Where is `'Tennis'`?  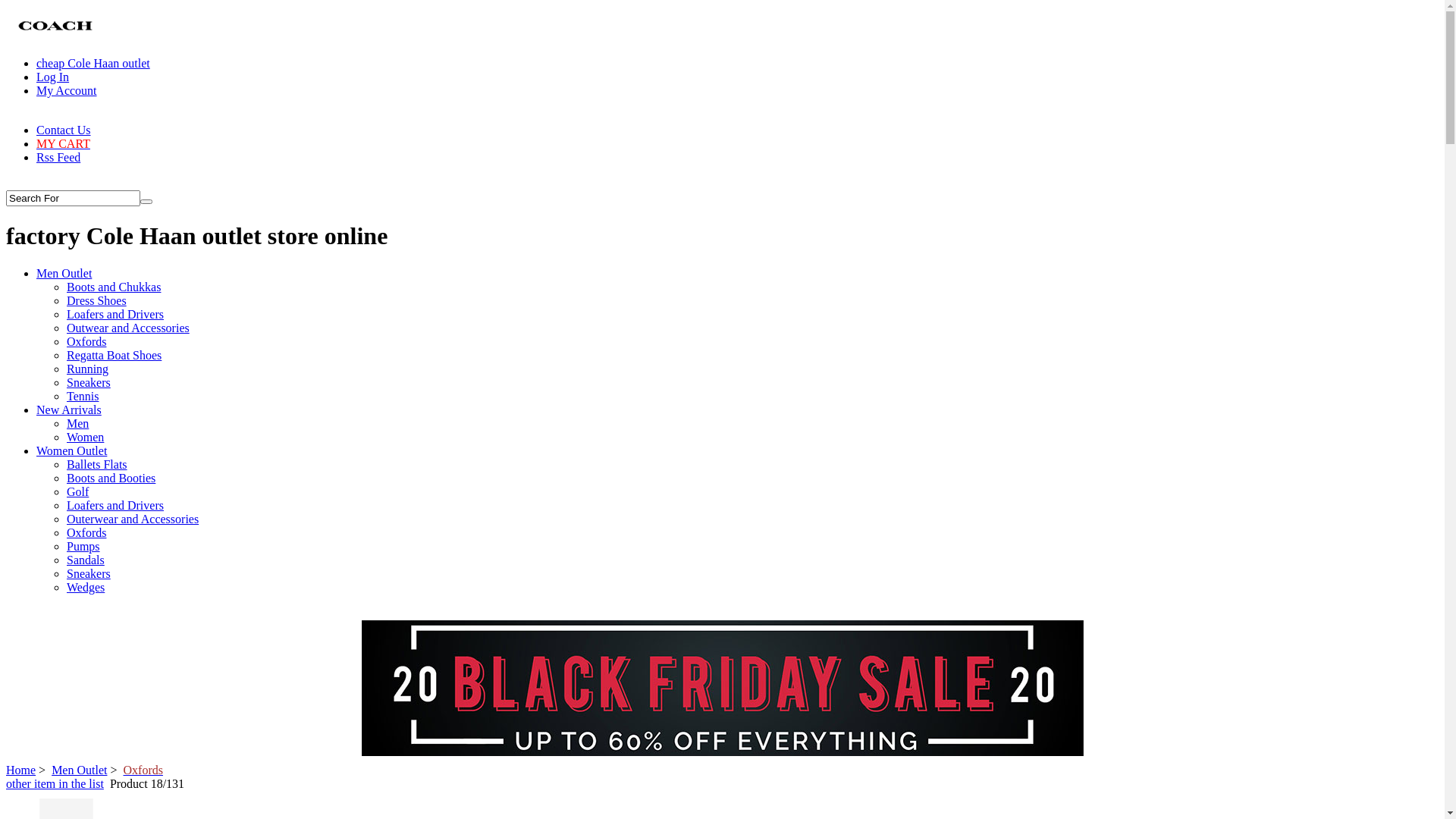 'Tennis' is located at coordinates (82, 395).